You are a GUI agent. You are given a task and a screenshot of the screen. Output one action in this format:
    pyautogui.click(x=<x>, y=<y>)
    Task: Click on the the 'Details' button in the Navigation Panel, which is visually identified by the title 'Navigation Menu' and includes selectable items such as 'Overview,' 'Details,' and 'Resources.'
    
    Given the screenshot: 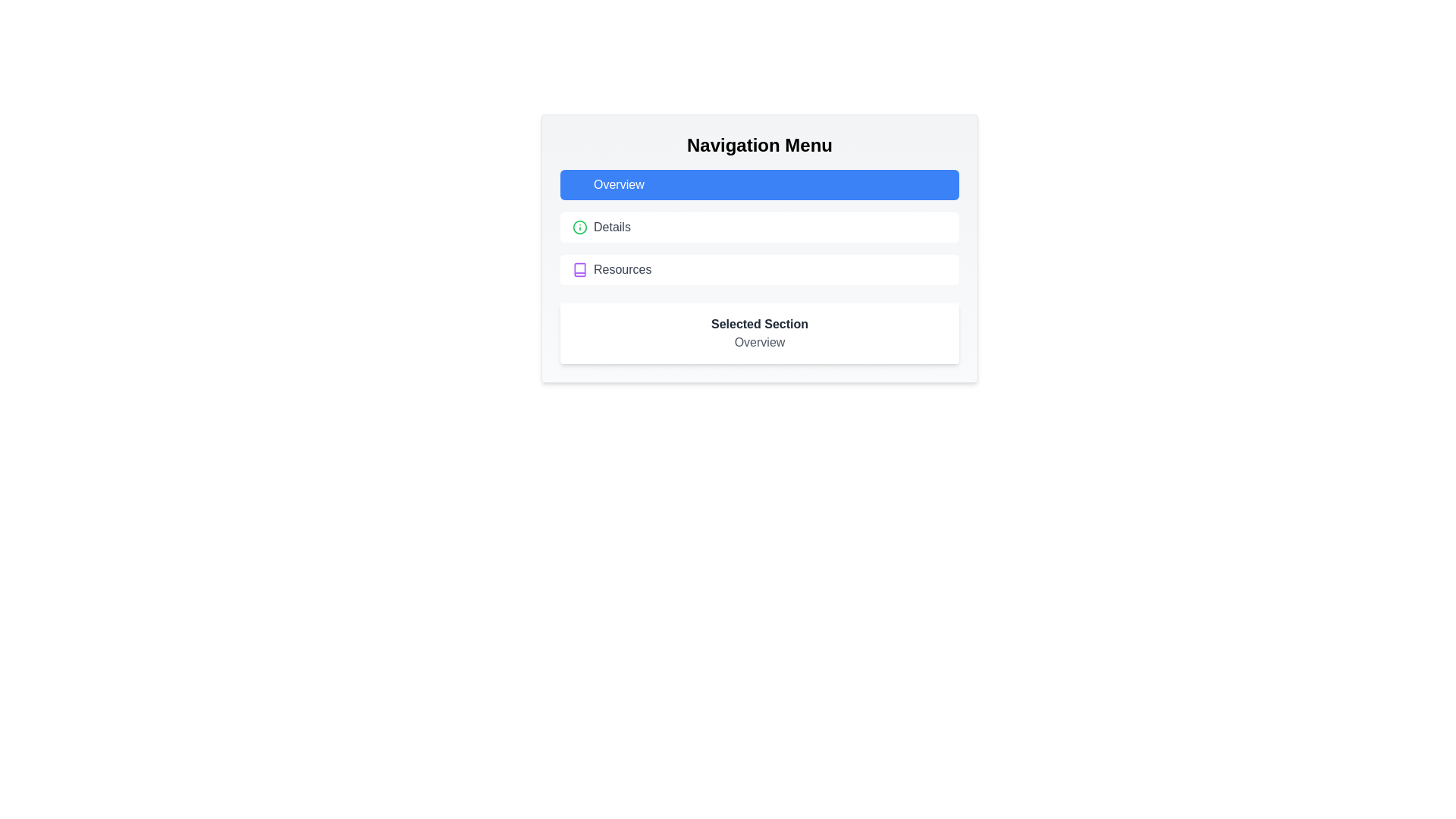 What is the action you would take?
    pyautogui.click(x=760, y=247)
    